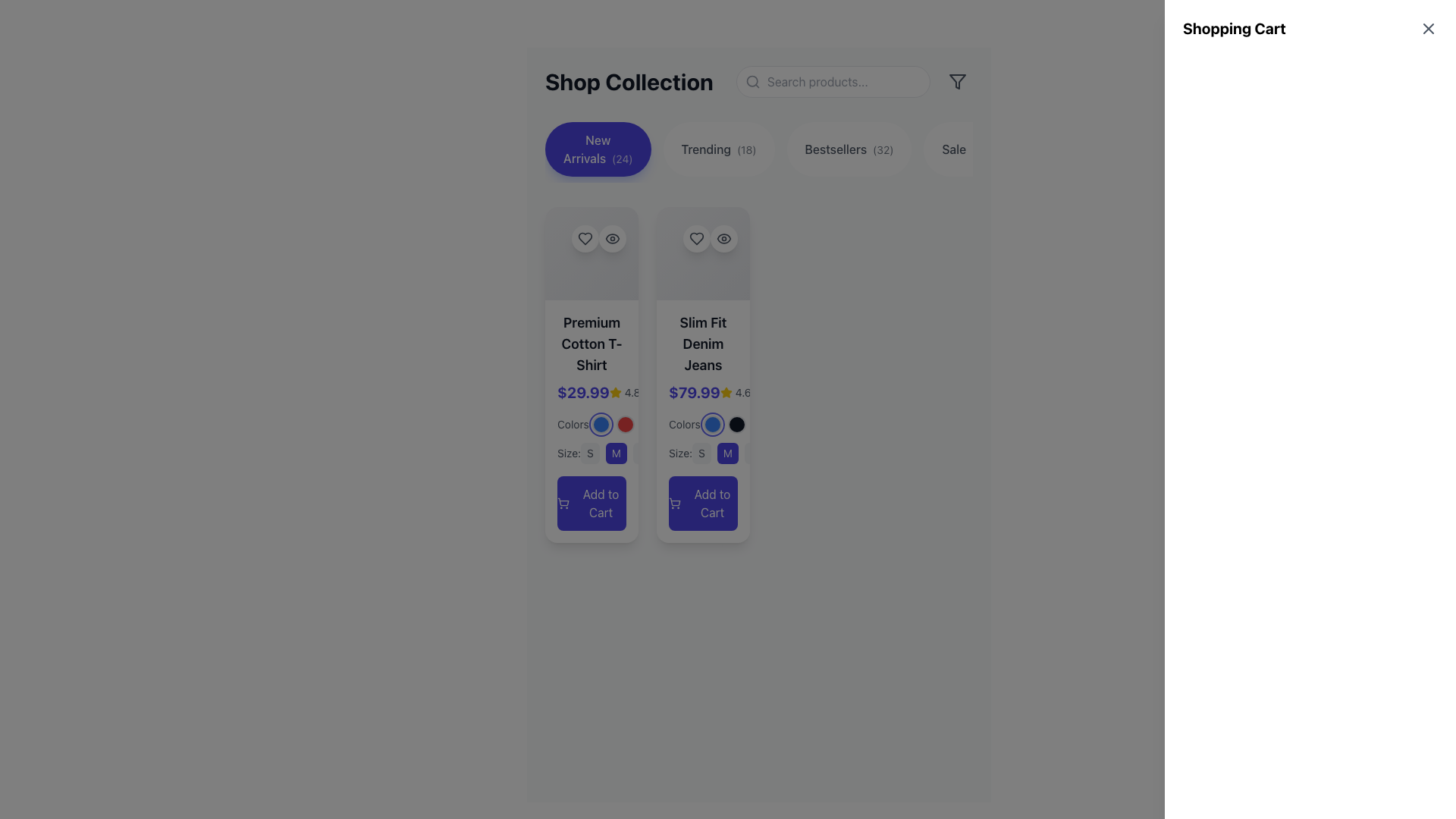 The image size is (1456, 819). What do you see at coordinates (563, 503) in the screenshot?
I see `the shopping cart icon located to the left of the 'Add to Cart' button` at bounding box center [563, 503].